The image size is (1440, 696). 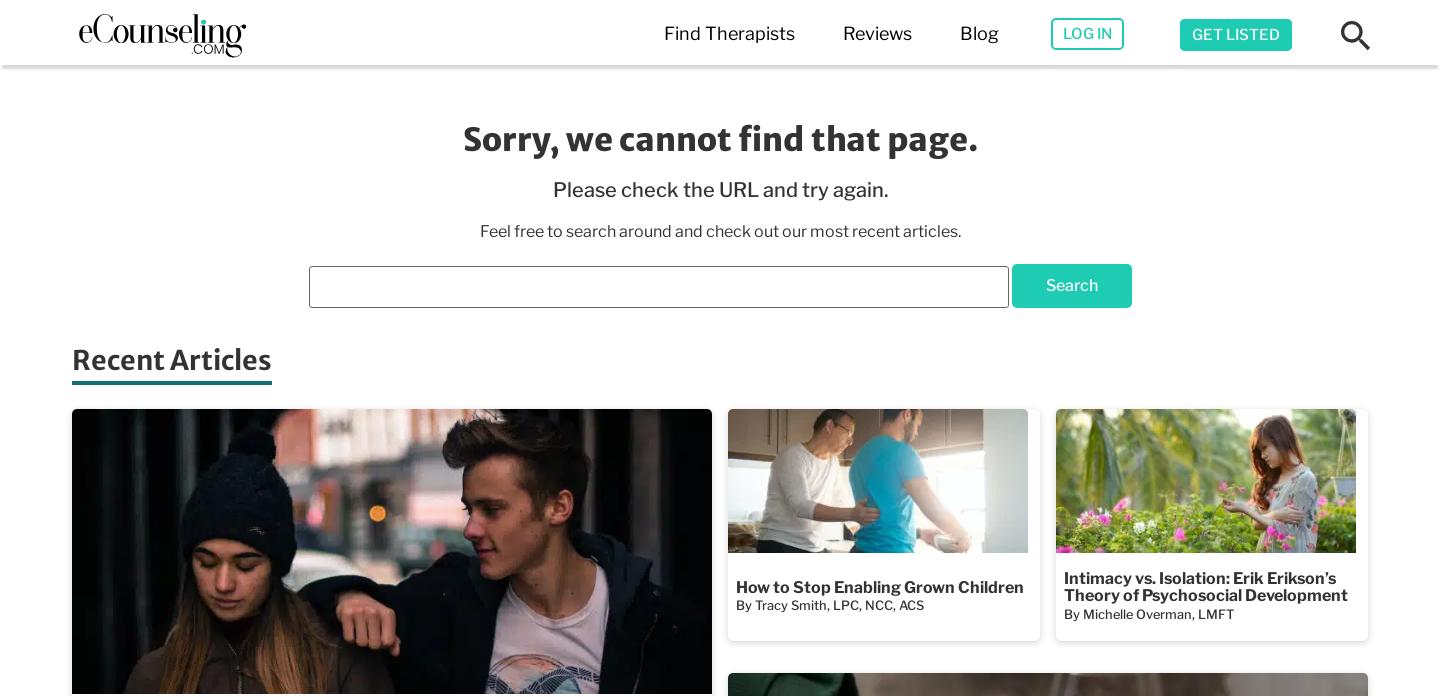 What do you see at coordinates (1308, 111) in the screenshot?
I see `'X'` at bounding box center [1308, 111].